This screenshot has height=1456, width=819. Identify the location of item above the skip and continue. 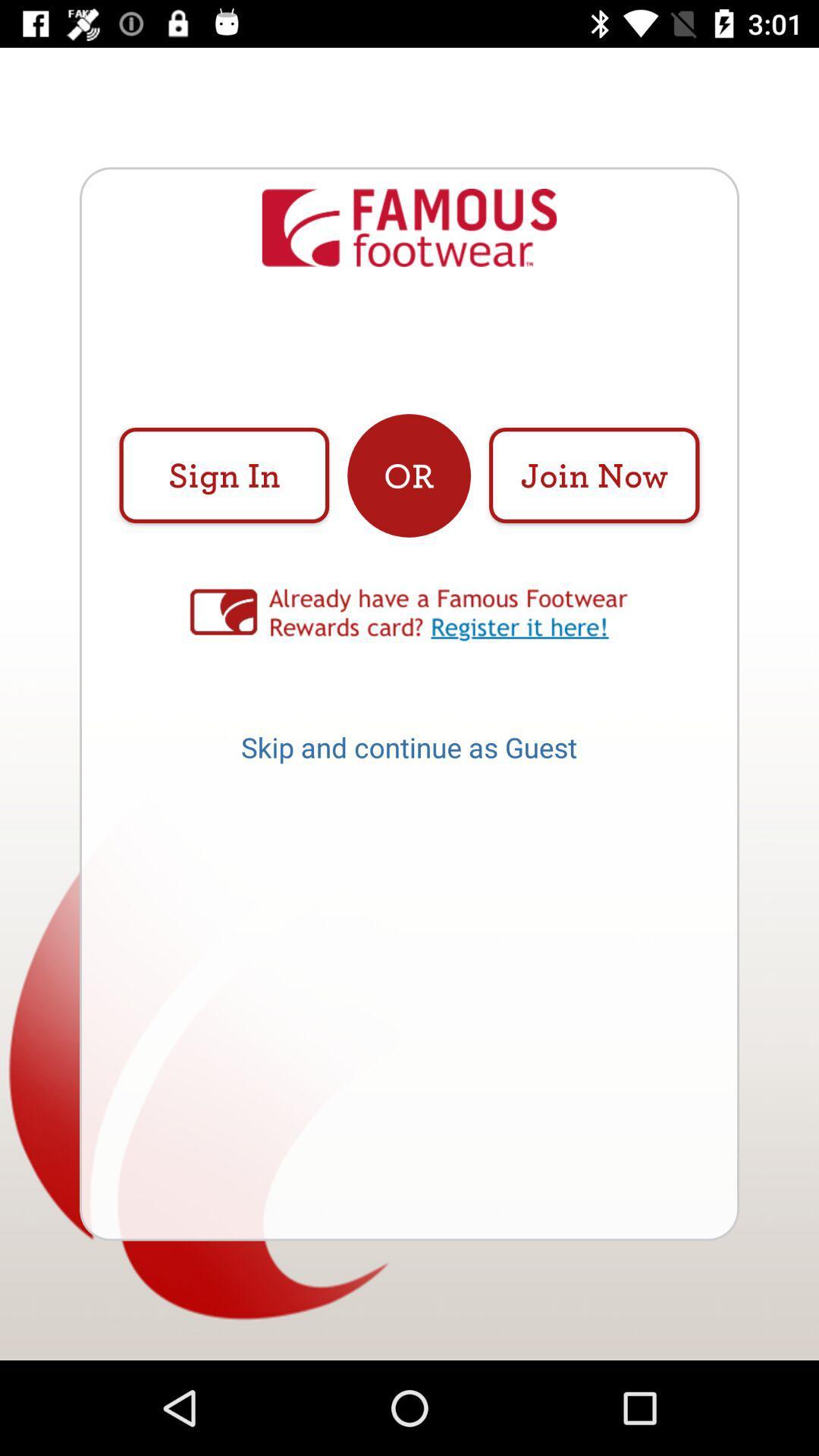
(409, 615).